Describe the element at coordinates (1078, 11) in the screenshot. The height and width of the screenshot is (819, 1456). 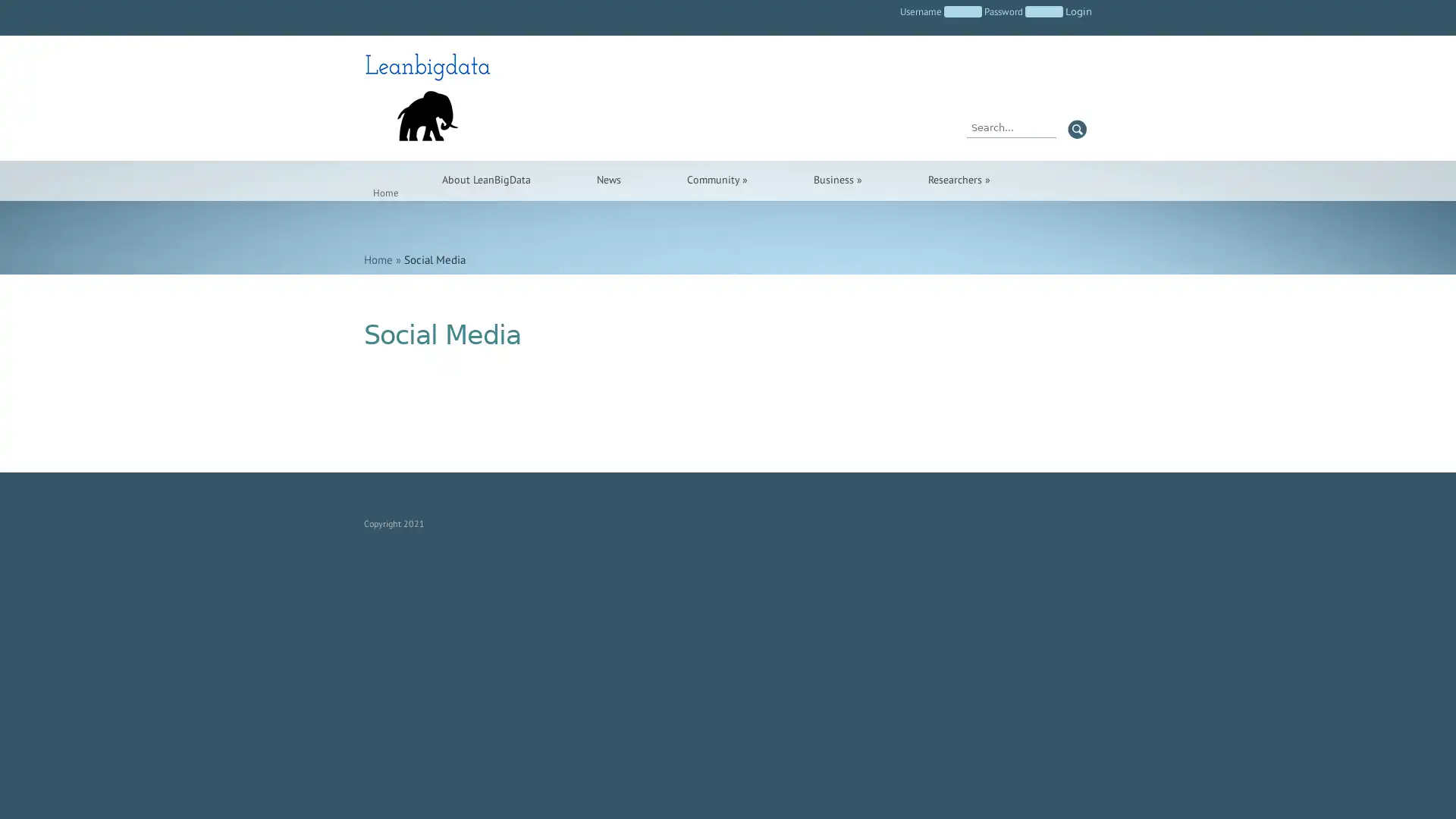
I see `Login` at that location.